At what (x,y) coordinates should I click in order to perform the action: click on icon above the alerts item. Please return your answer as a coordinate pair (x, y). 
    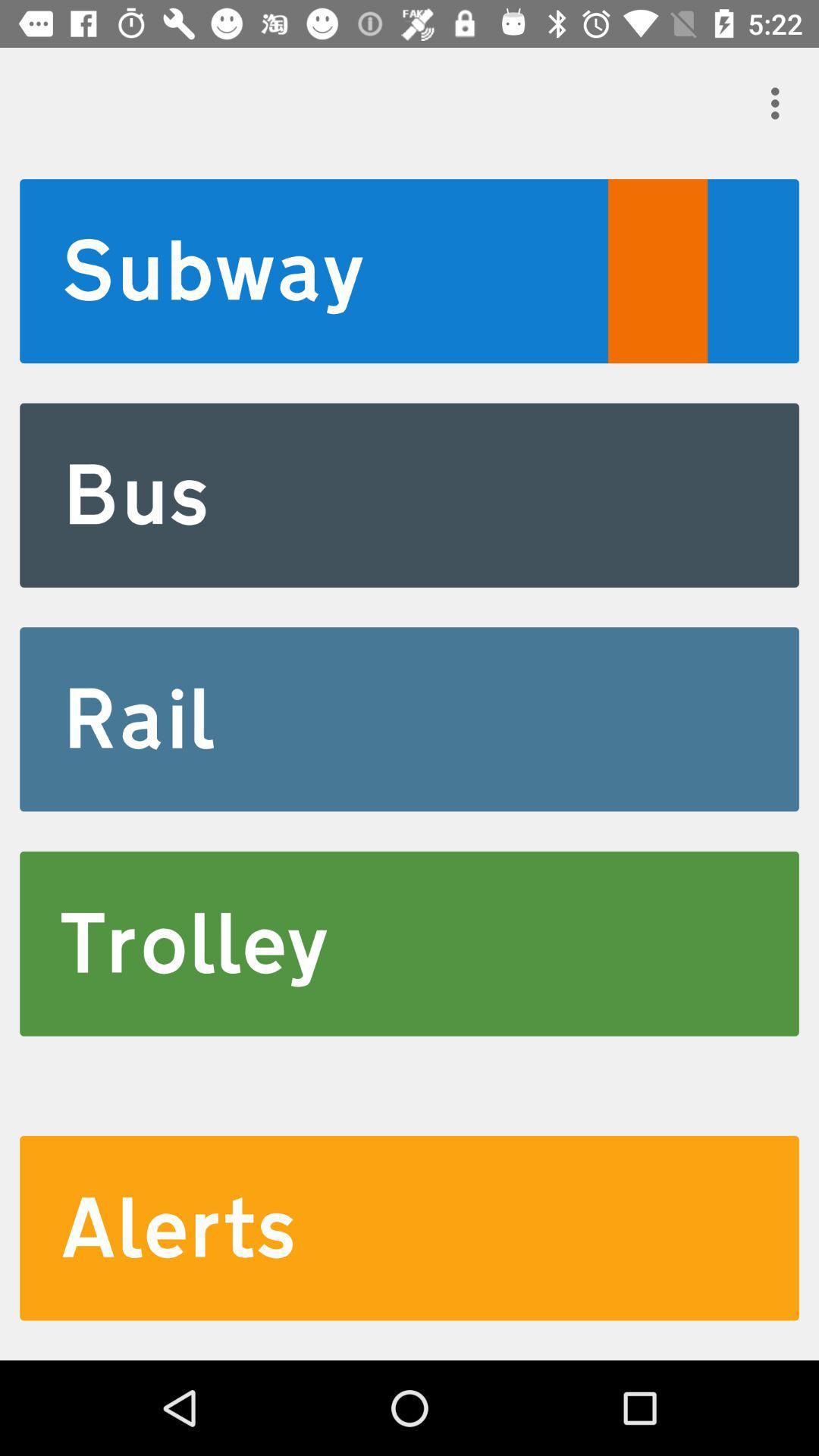
    Looking at the image, I should click on (409, 943).